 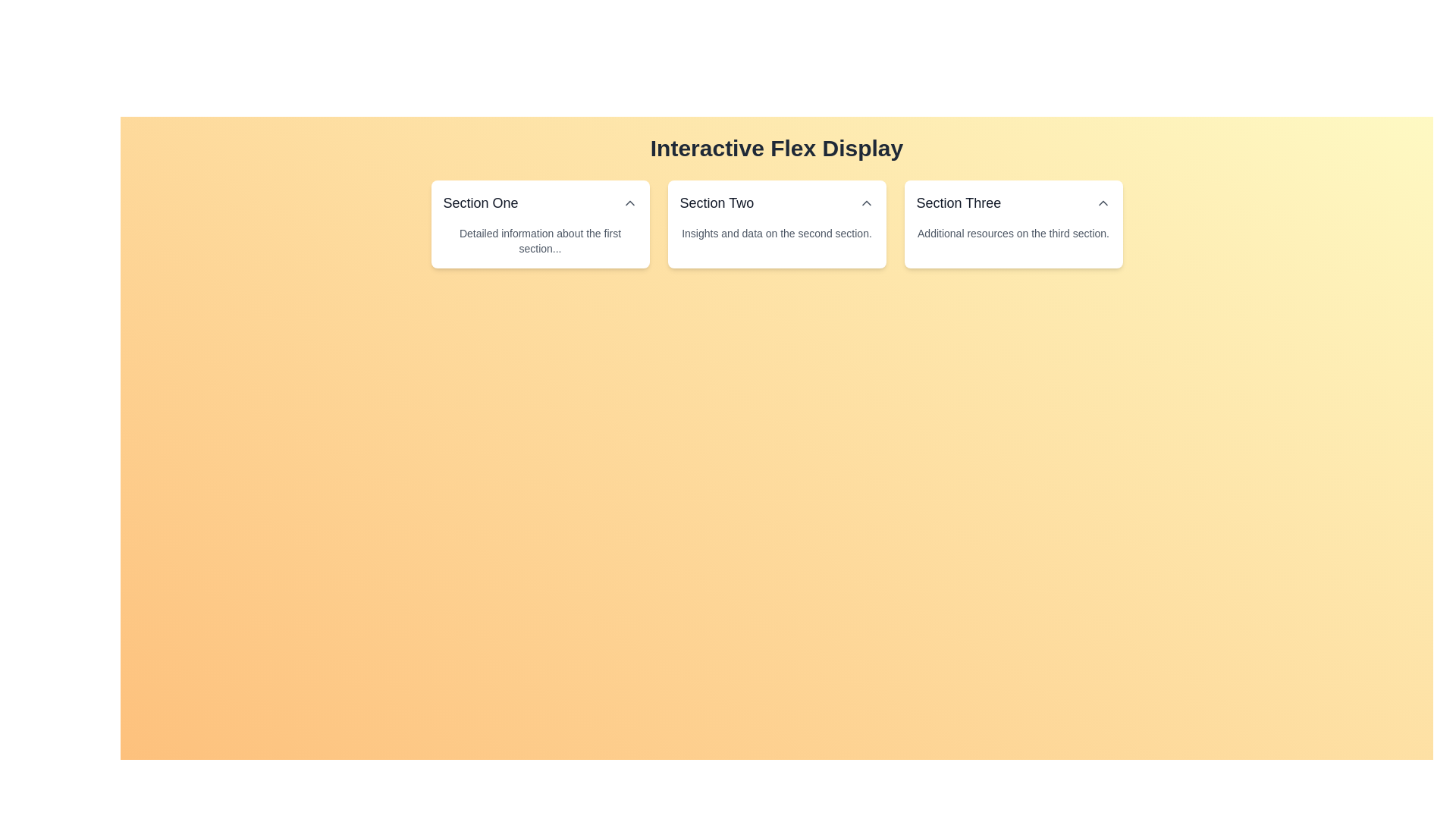 I want to click on the 'Section Two' card component, so click(x=777, y=224).